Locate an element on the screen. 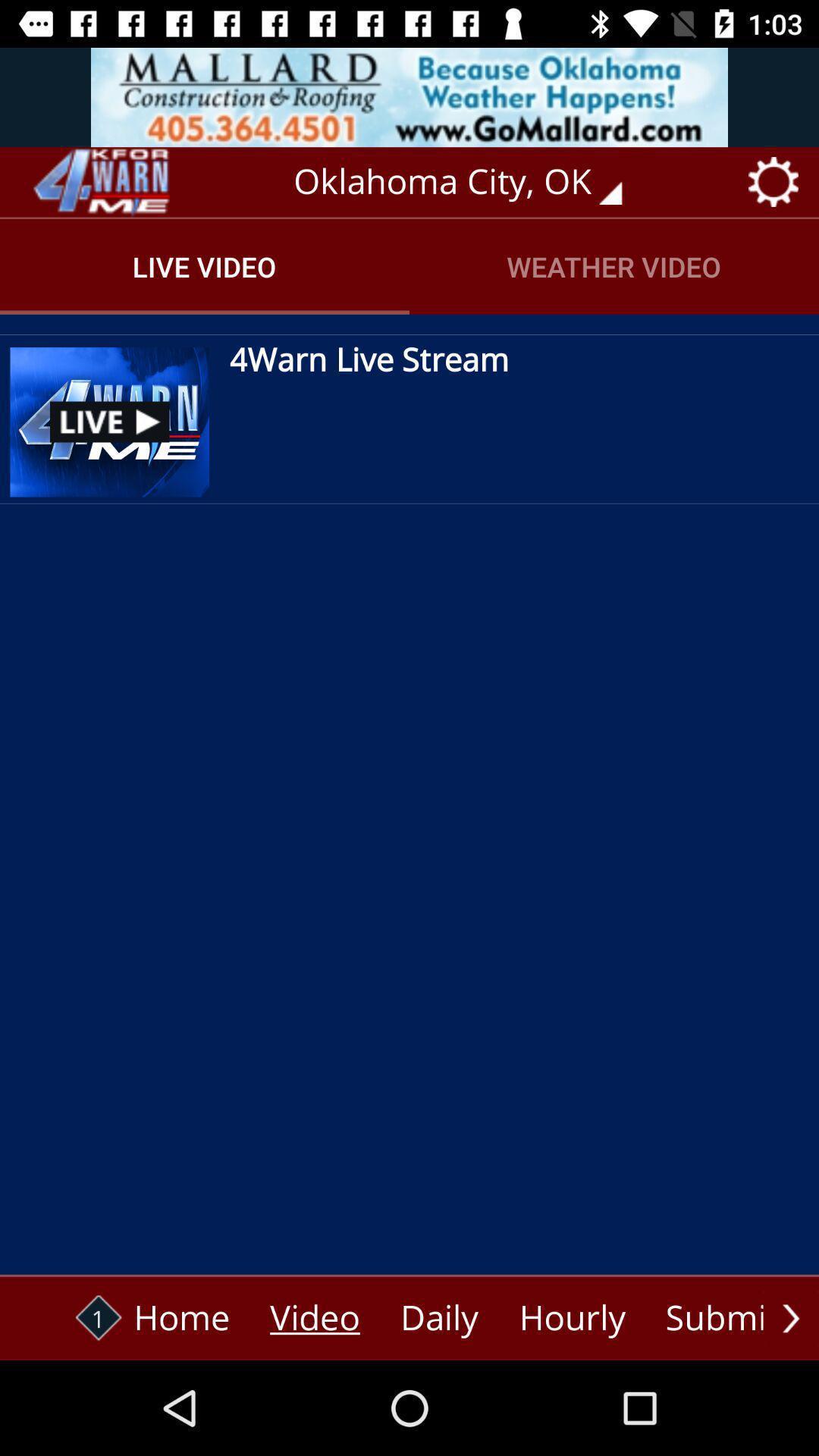  item next to oklahoma city, ok is located at coordinates (99, 182).